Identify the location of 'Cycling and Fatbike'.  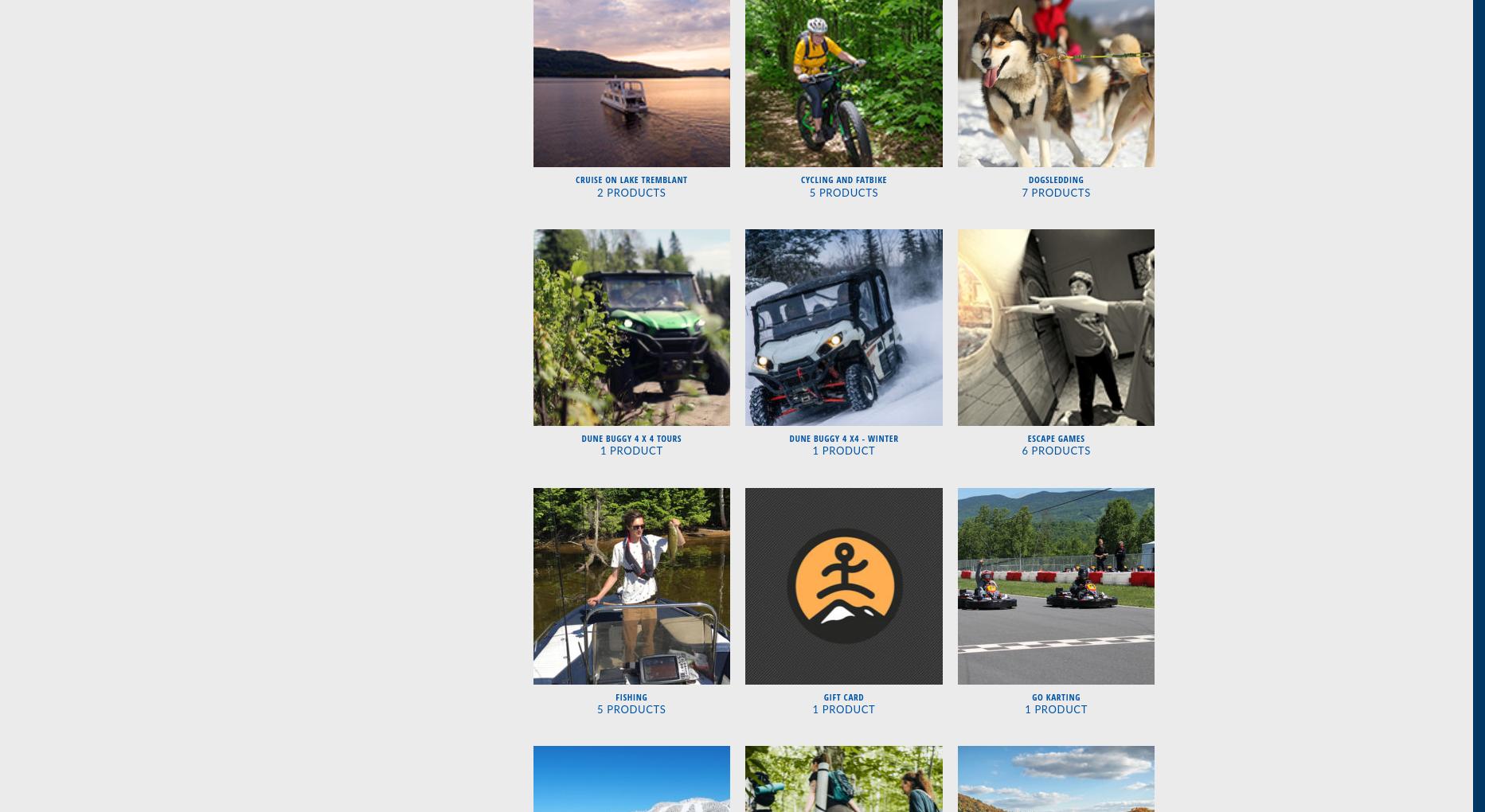
(842, 179).